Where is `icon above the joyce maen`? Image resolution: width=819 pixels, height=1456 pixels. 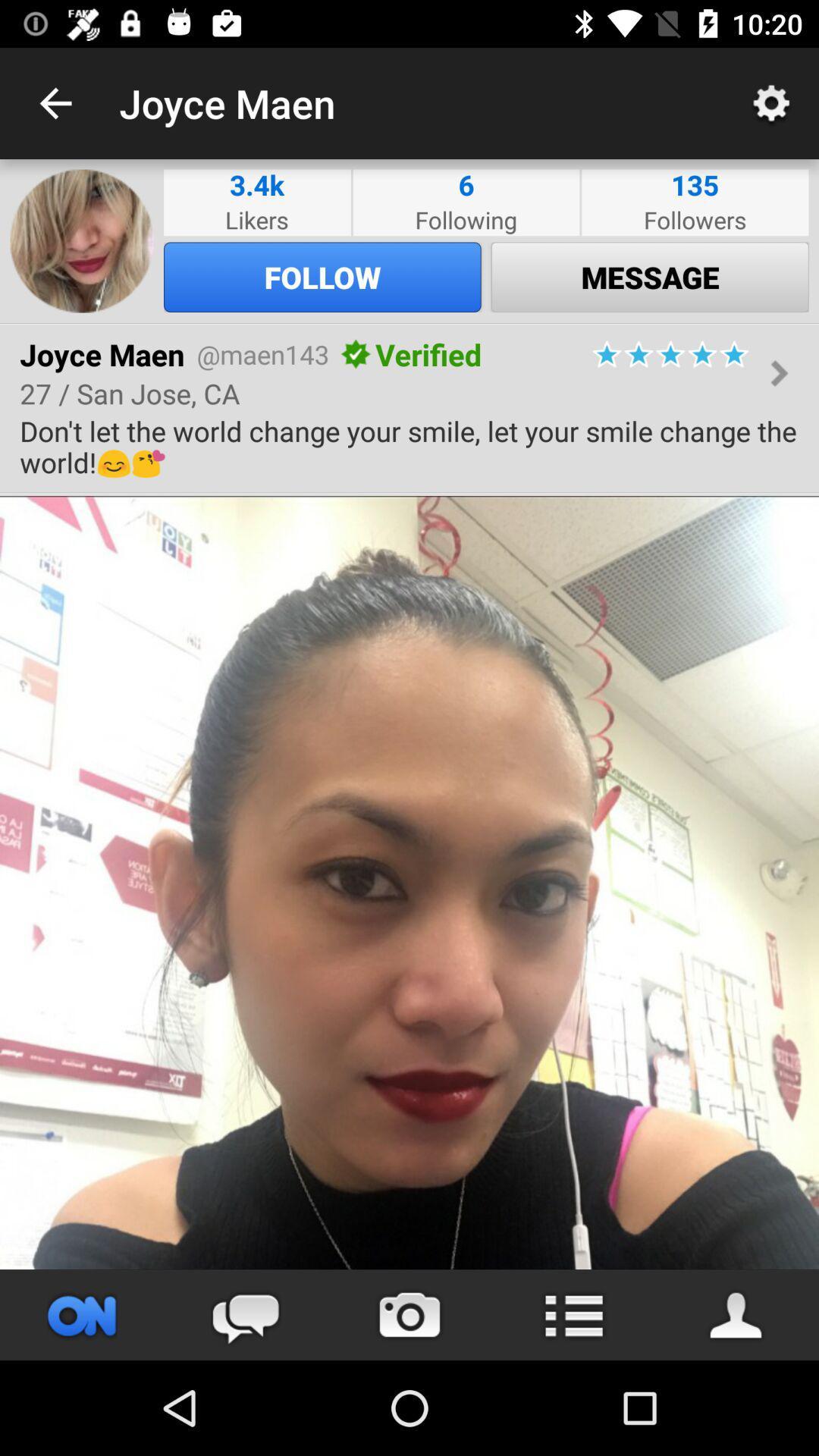 icon above the joyce maen is located at coordinates (409, 323).